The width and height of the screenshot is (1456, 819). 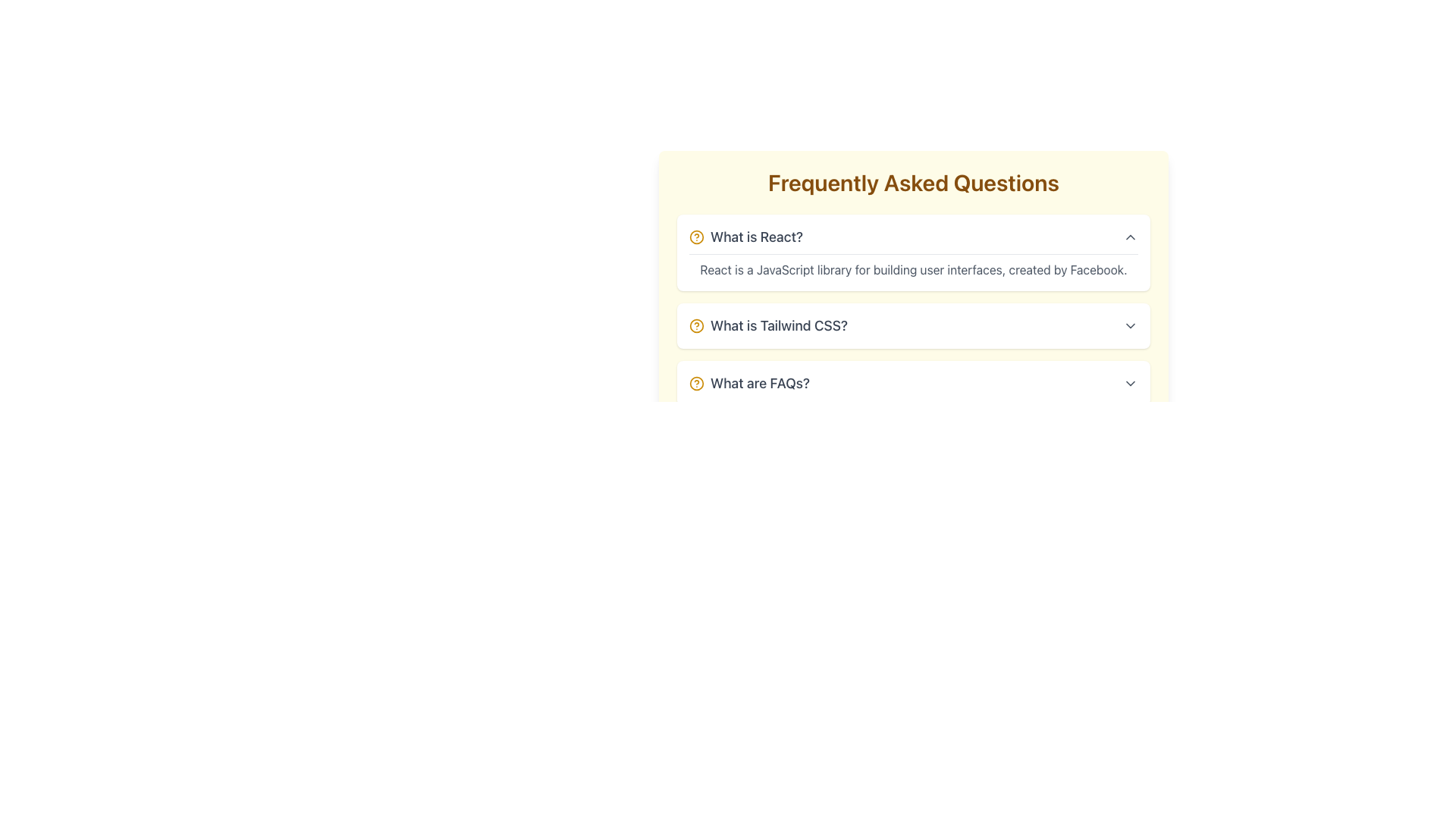 I want to click on the heading 'Frequently Asked Questions', which is prominently styled in bold and large font, located at the top of its yellow box containing FAQ entries, so click(x=912, y=181).